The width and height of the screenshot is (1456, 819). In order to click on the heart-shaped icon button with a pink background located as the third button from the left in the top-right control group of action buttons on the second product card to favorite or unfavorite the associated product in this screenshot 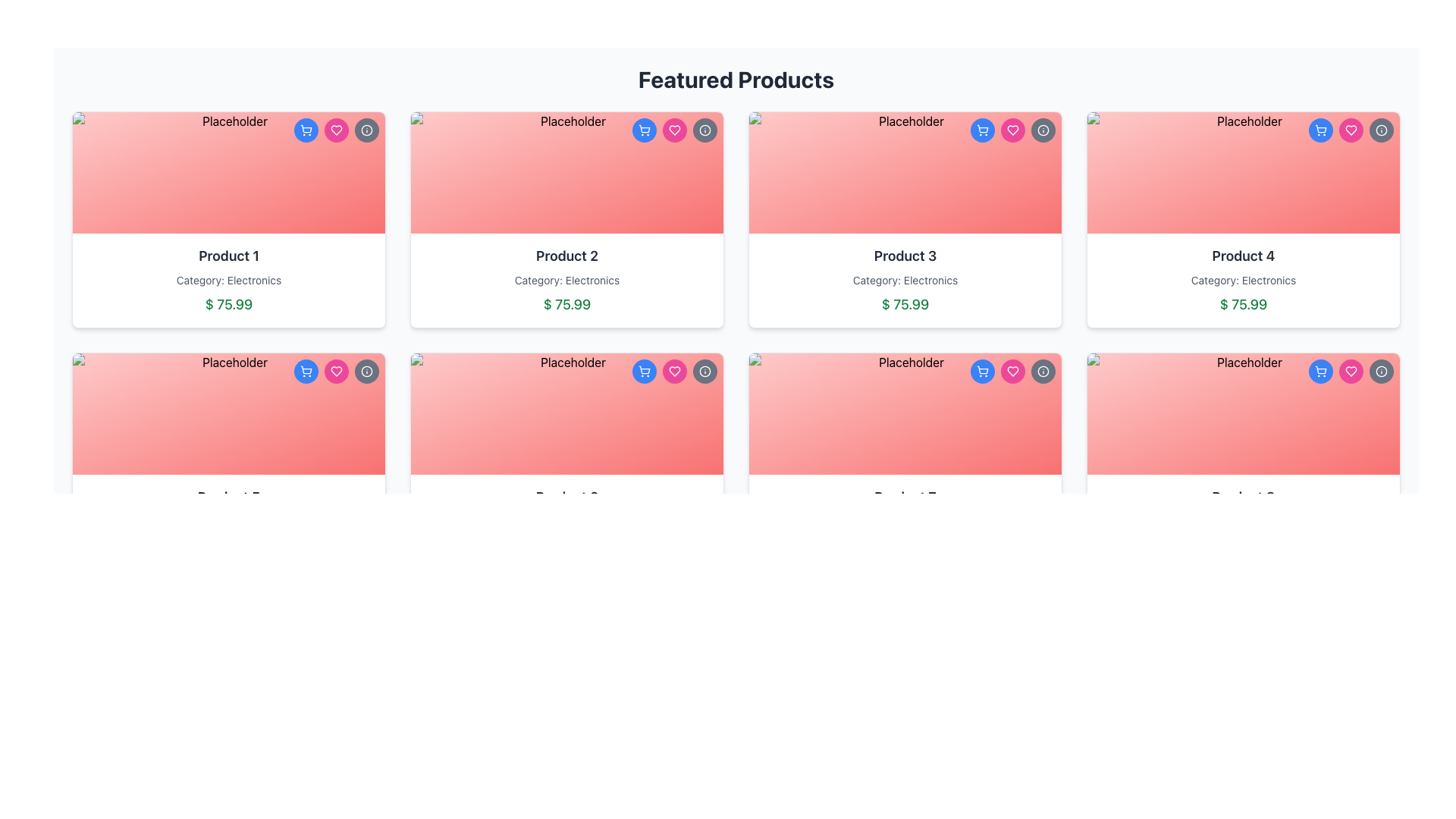, I will do `click(673, 130)`.